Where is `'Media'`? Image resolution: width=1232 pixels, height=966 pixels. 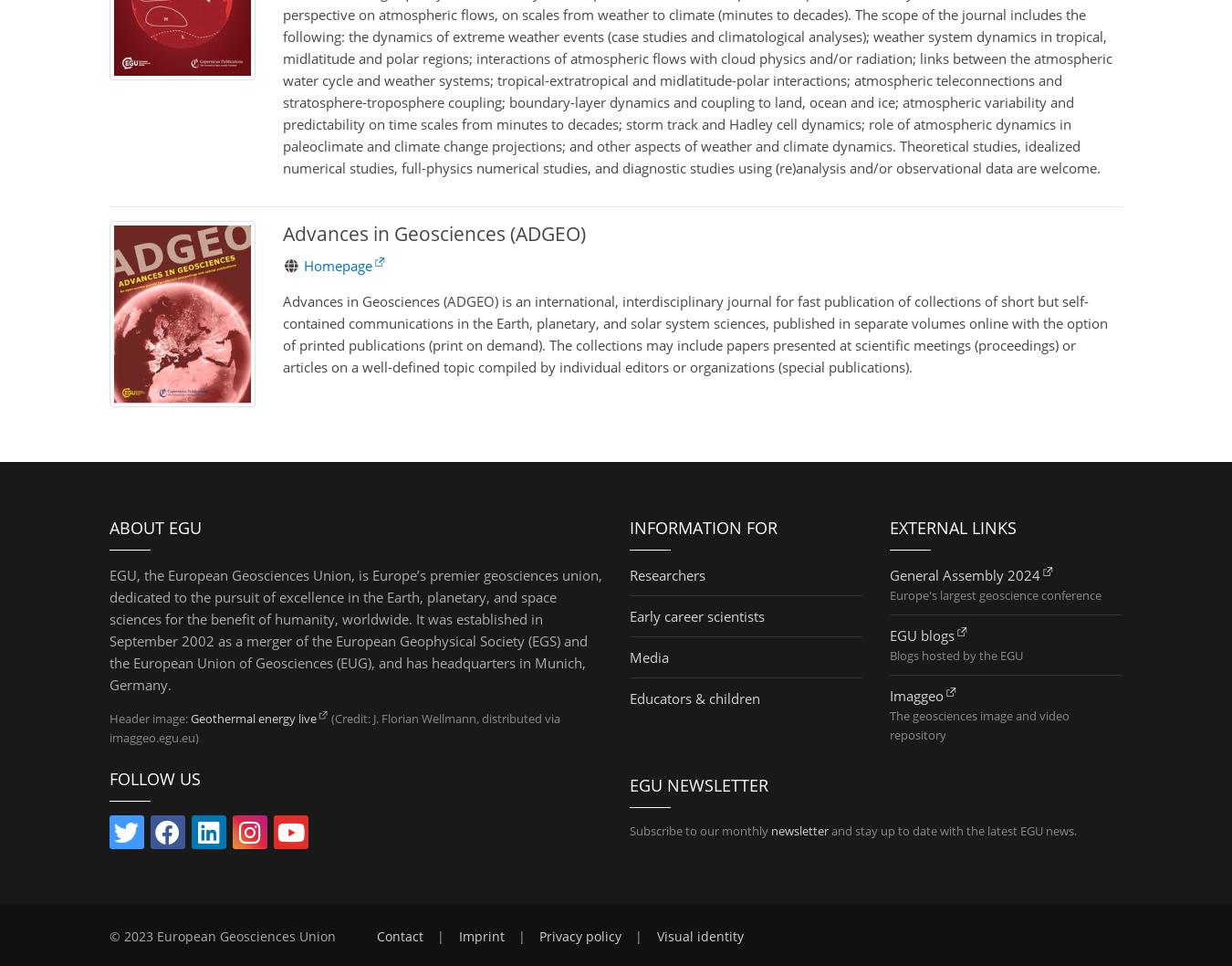 'Media' is located at coordinates (628, 656).